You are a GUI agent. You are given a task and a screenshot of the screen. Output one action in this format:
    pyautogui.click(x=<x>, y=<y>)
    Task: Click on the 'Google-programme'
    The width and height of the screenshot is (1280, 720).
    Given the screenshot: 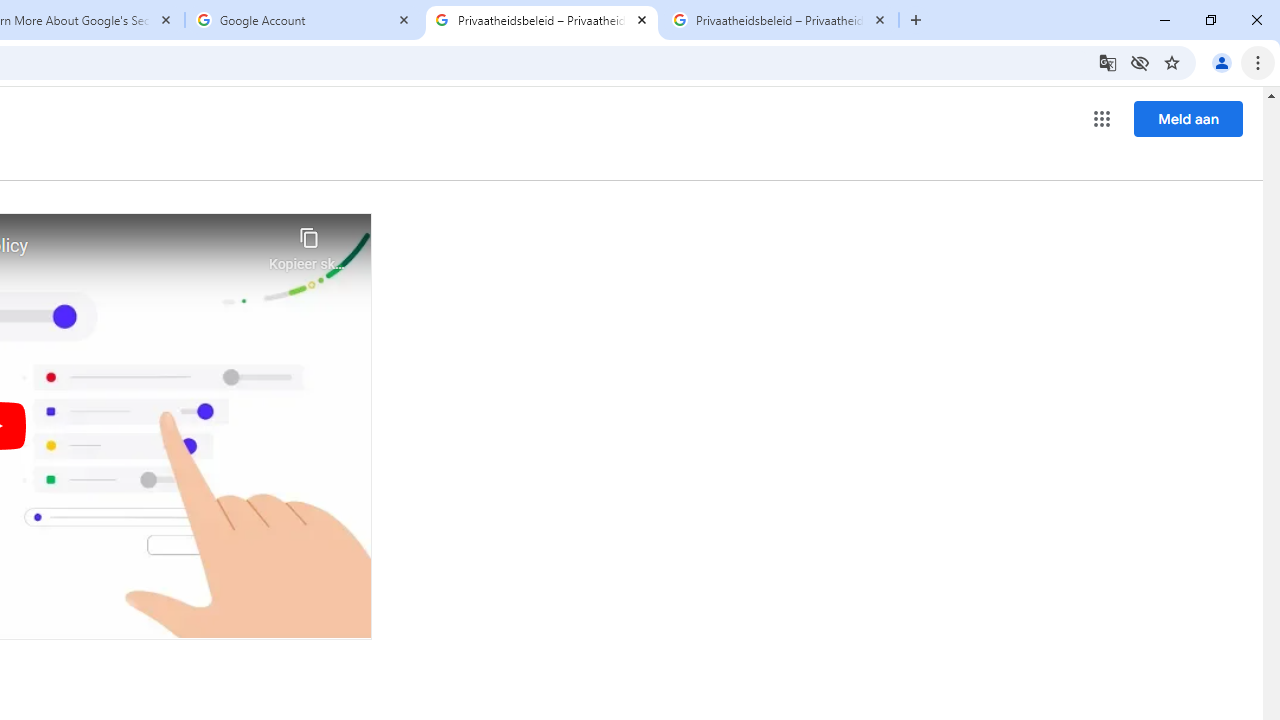 What is the action you would take?
    pyautogui.click(x=1101, y=119)
    